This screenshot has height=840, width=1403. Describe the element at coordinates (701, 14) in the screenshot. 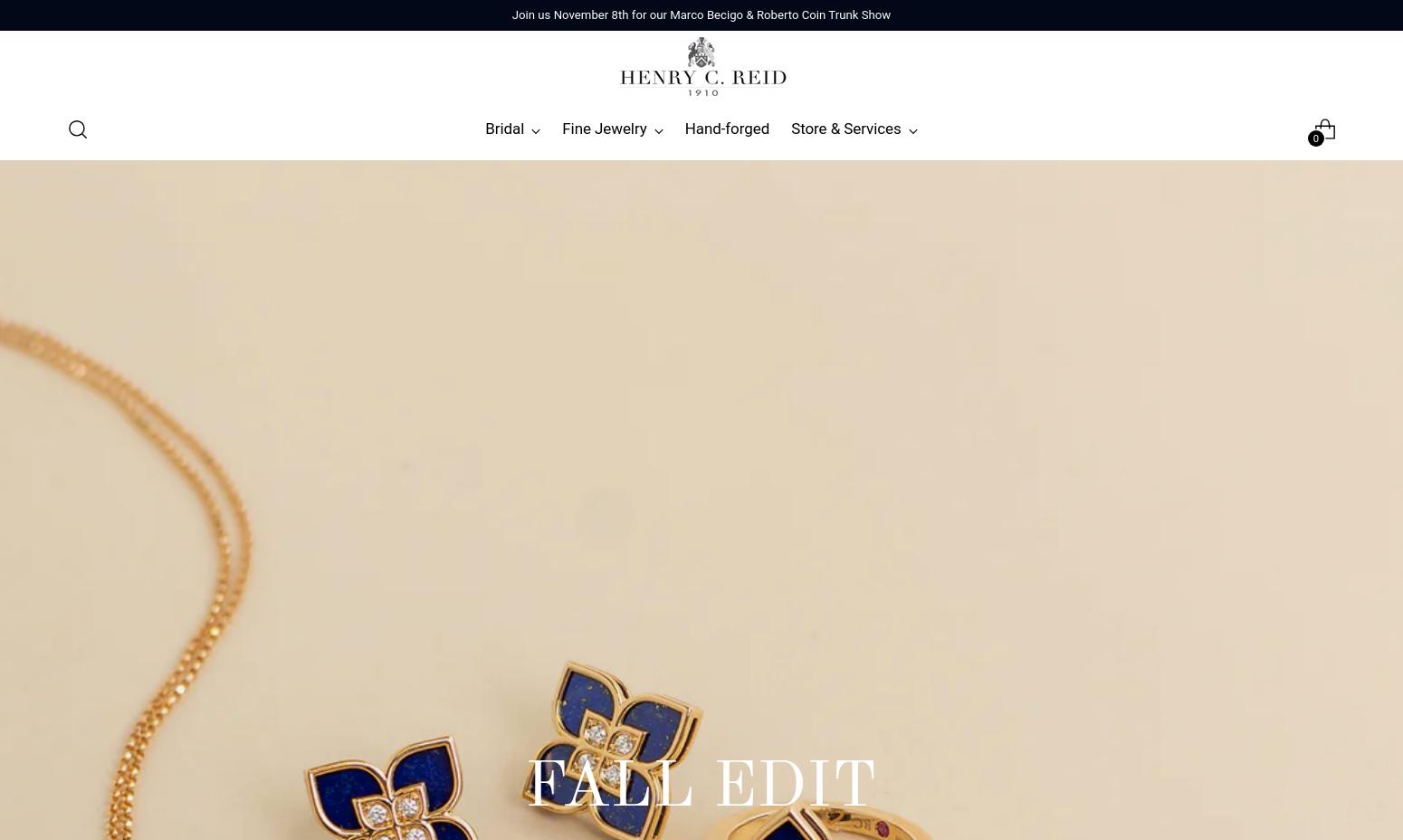

I see `'Join us November 8th for our Marco Becigo & Roberto Coin Trunk Show'` at that location.